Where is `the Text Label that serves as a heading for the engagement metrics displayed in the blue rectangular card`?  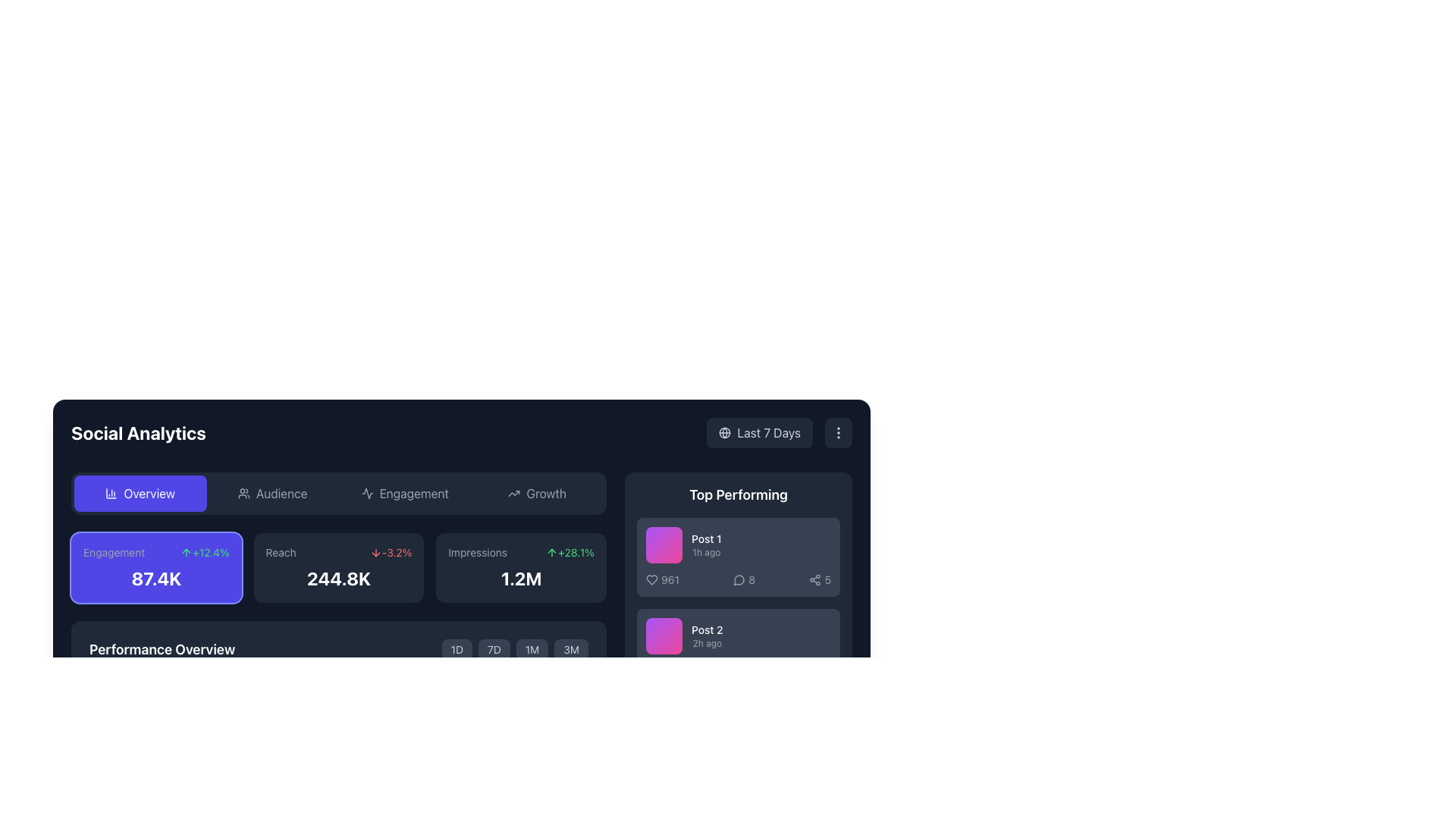
the Text Label that serves as a heading for the engagement metrics displayed in the blue rectangular card is located at coordinates (113, 553).